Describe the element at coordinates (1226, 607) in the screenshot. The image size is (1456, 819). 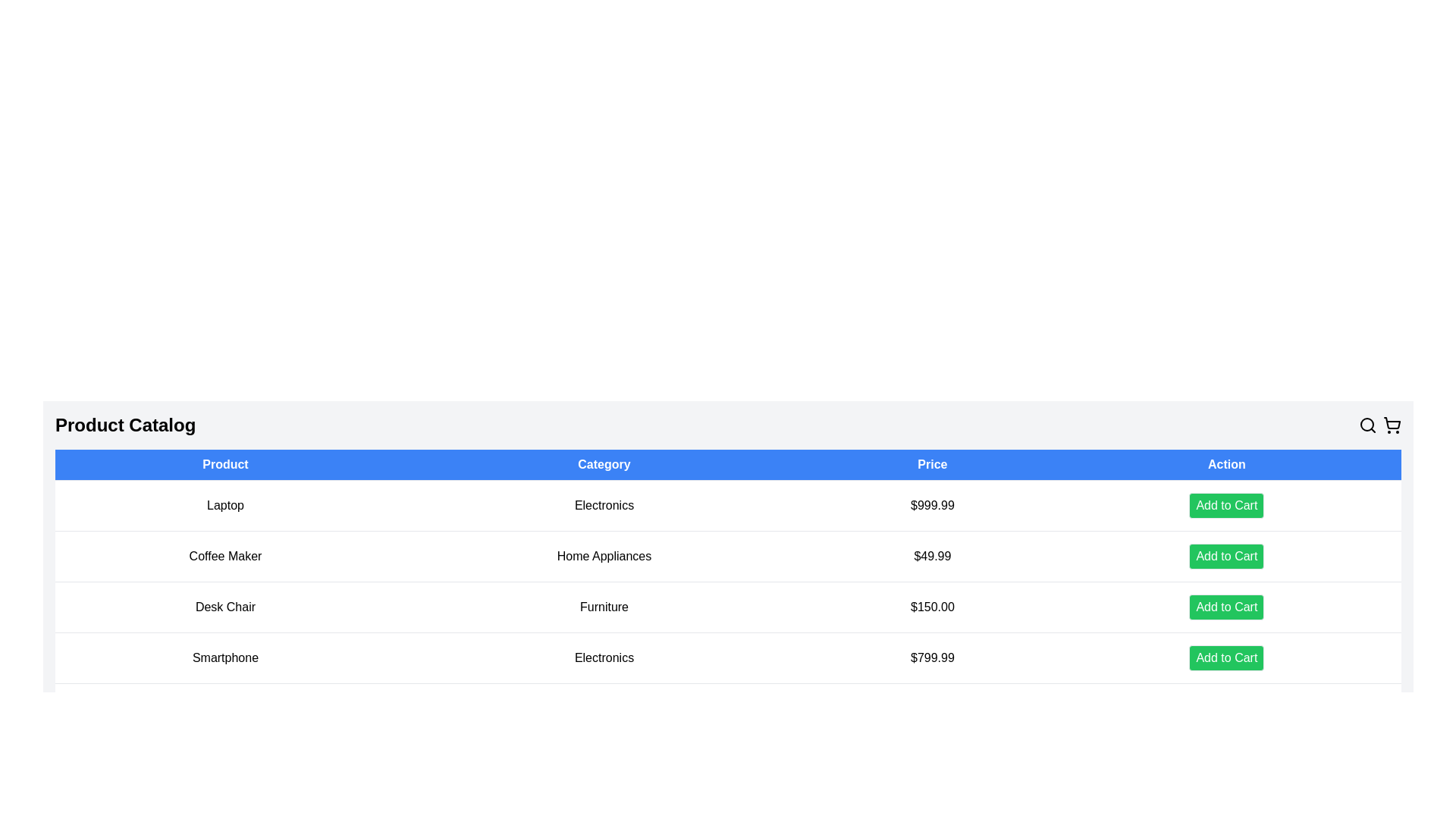
I see `the fourth button in the 'Action' column associated with the product 'Desk Chair' priced at '$150.00'` at that location.